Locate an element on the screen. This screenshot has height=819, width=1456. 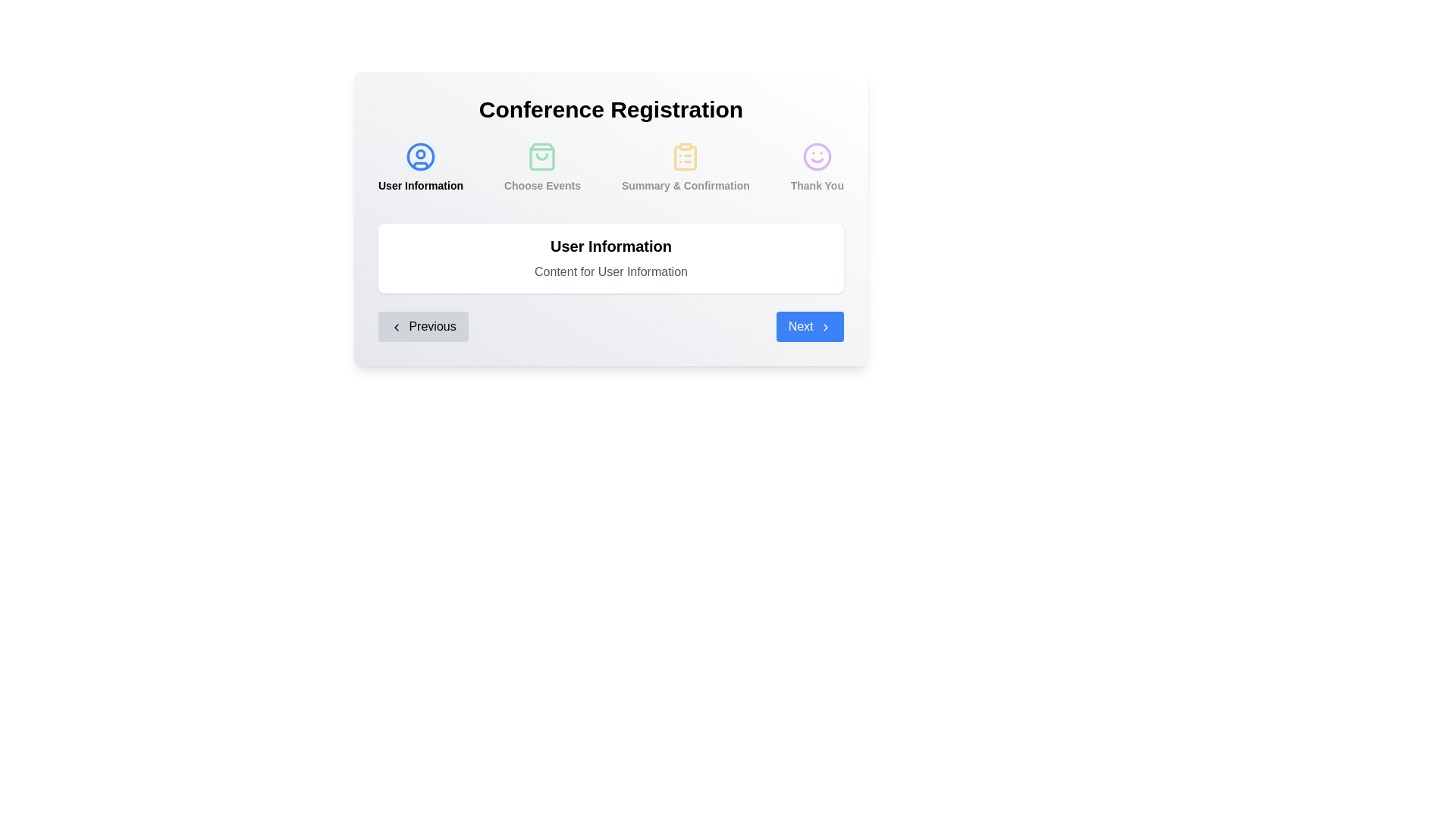
the clipboard icon in the step navigation bar, which is the third icon among four, visually styled with a bright color and outlined design is located at coordinates (685, 158).